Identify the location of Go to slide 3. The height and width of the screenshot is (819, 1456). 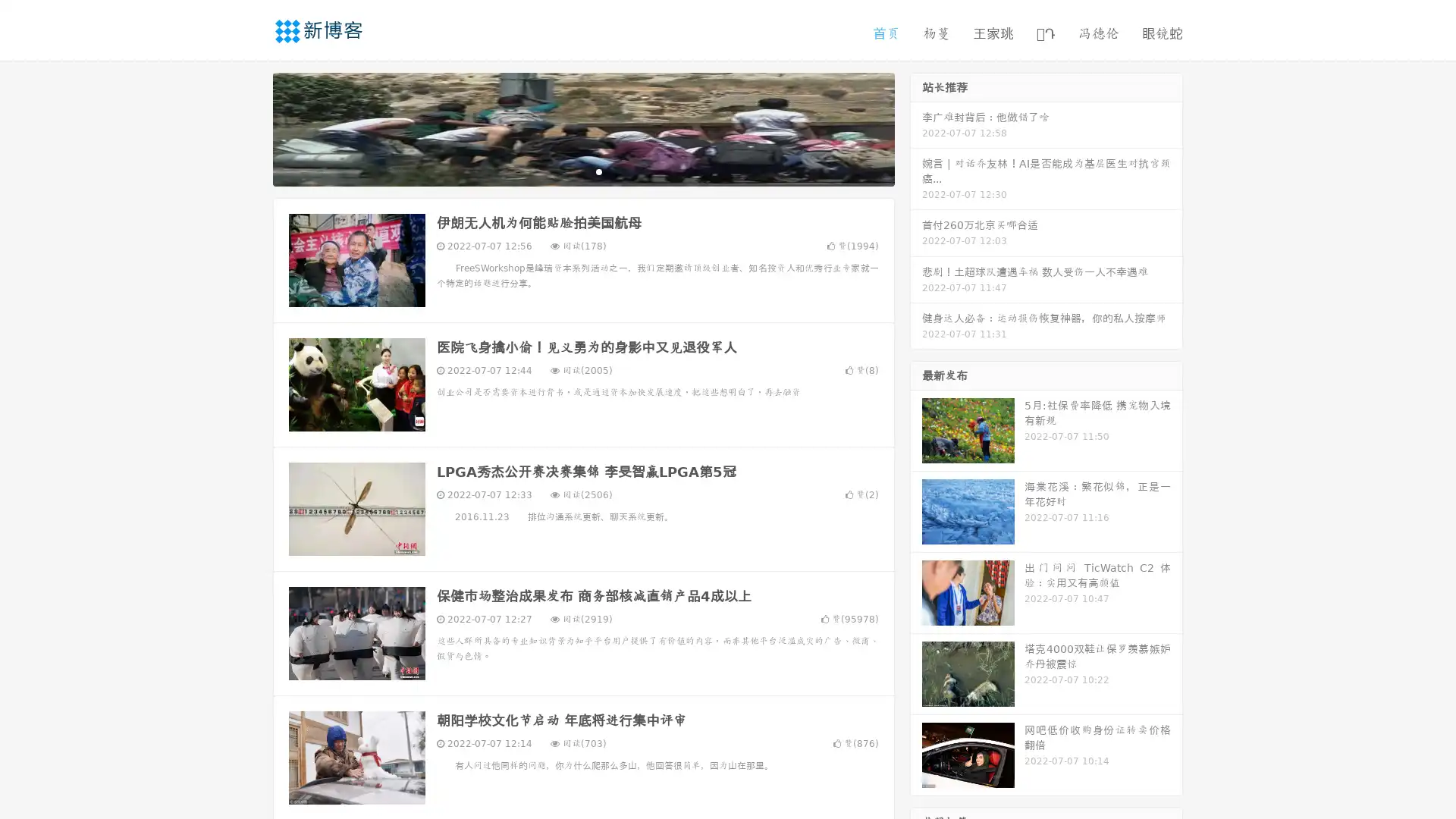
(598, 171).